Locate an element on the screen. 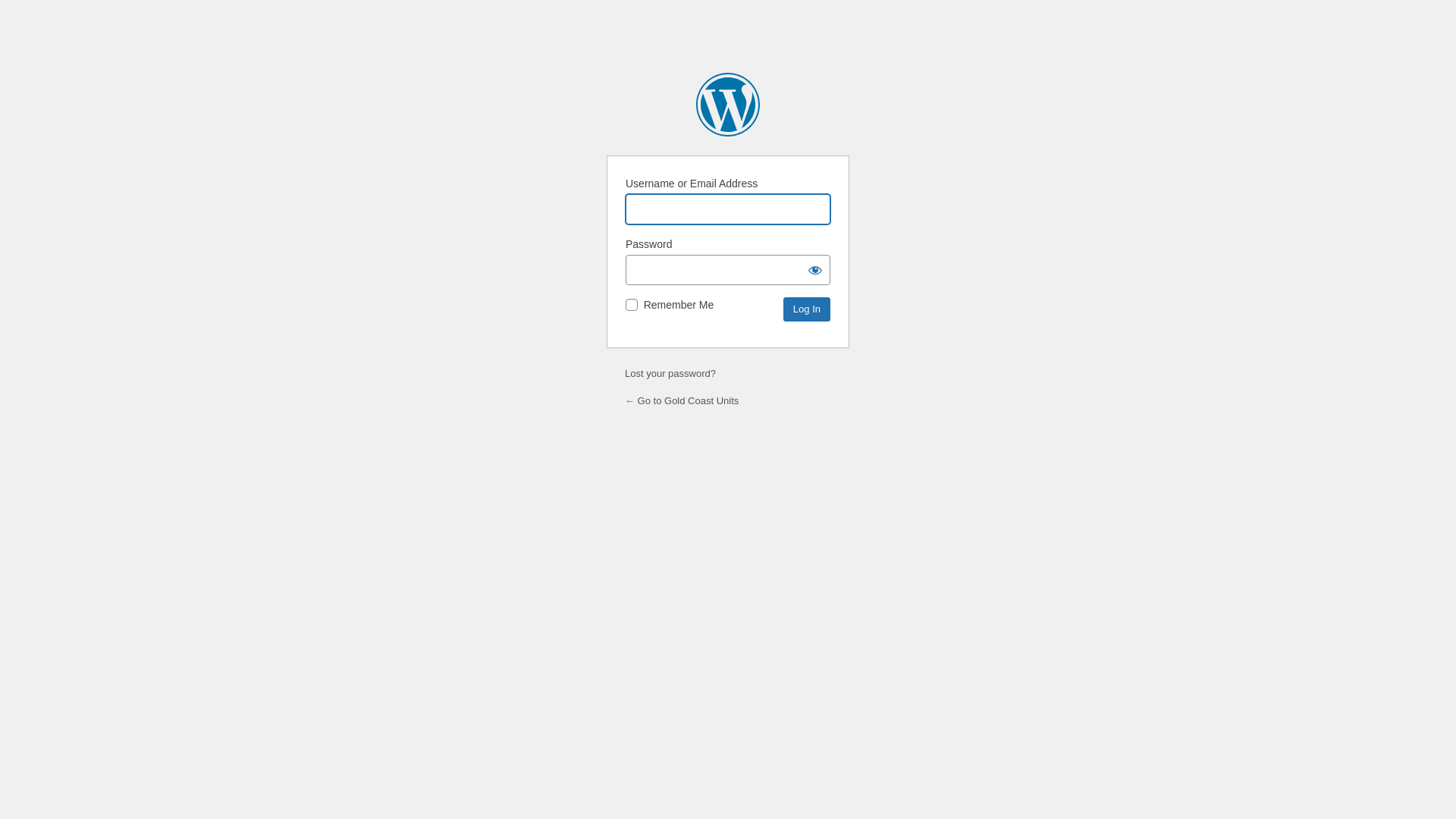 The height and width of the screenshot is (819, 1456). 'Lost your password?' is located at coordinates (669, 373).